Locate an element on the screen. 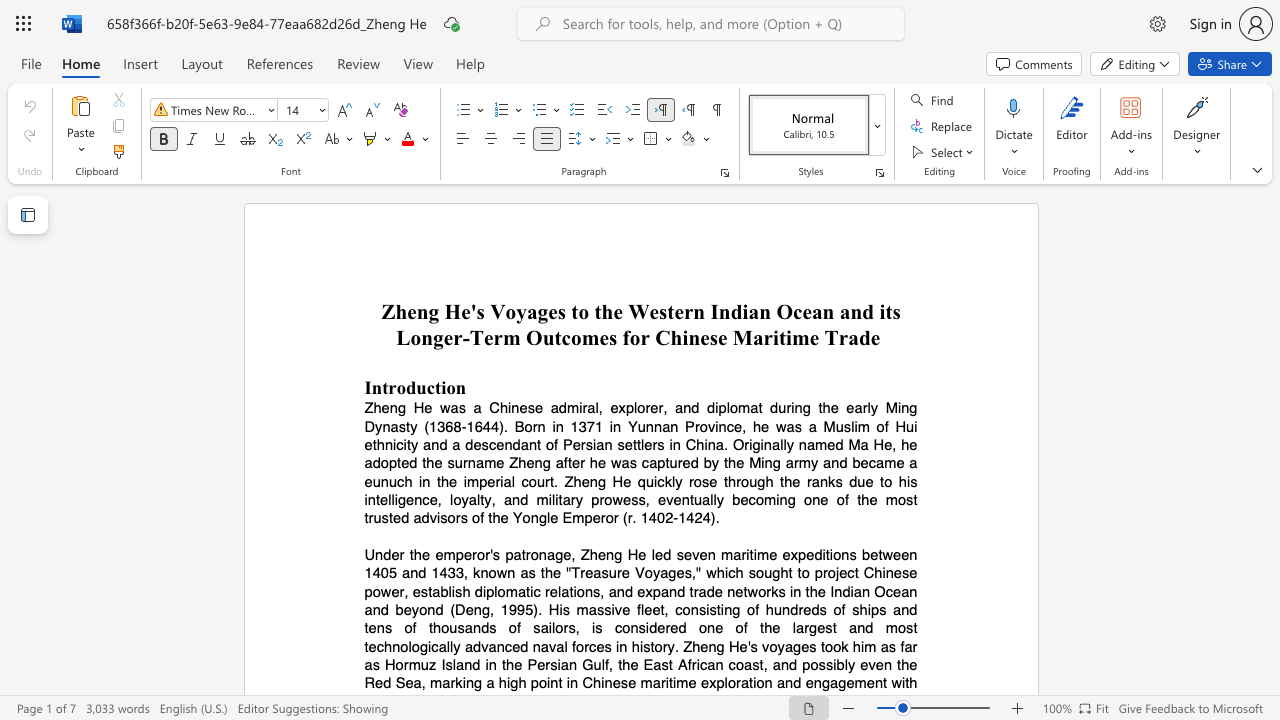 The width and height of the screenshot is (1280, 720). the space between the continuous character "p" and "o" in the text is located at coordinates (810, 665).